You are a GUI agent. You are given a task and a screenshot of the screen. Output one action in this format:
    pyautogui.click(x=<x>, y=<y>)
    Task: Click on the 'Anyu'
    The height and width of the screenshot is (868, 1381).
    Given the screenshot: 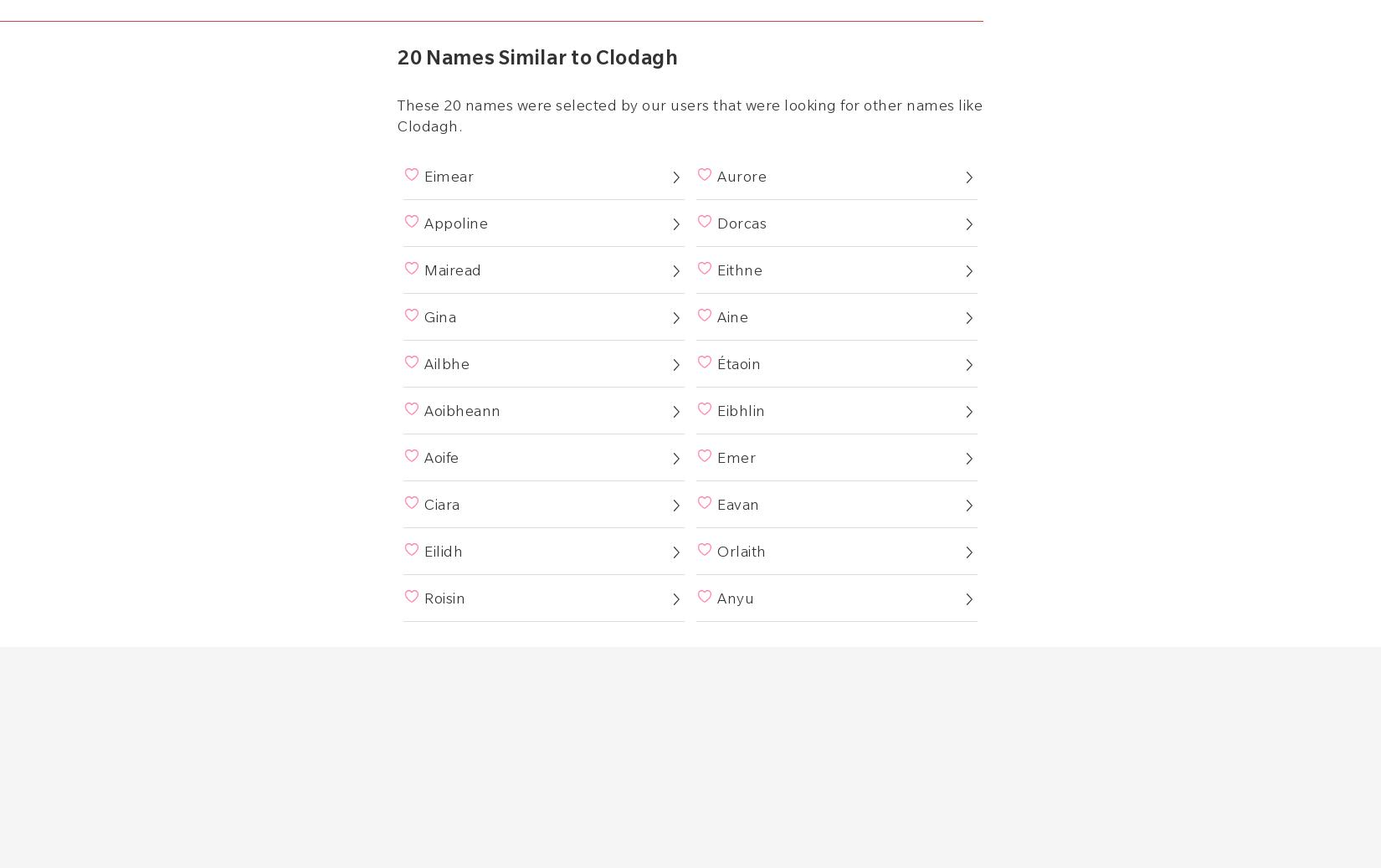 What is the action you would take?
    pyautogui.click(x=735, y=598)
    